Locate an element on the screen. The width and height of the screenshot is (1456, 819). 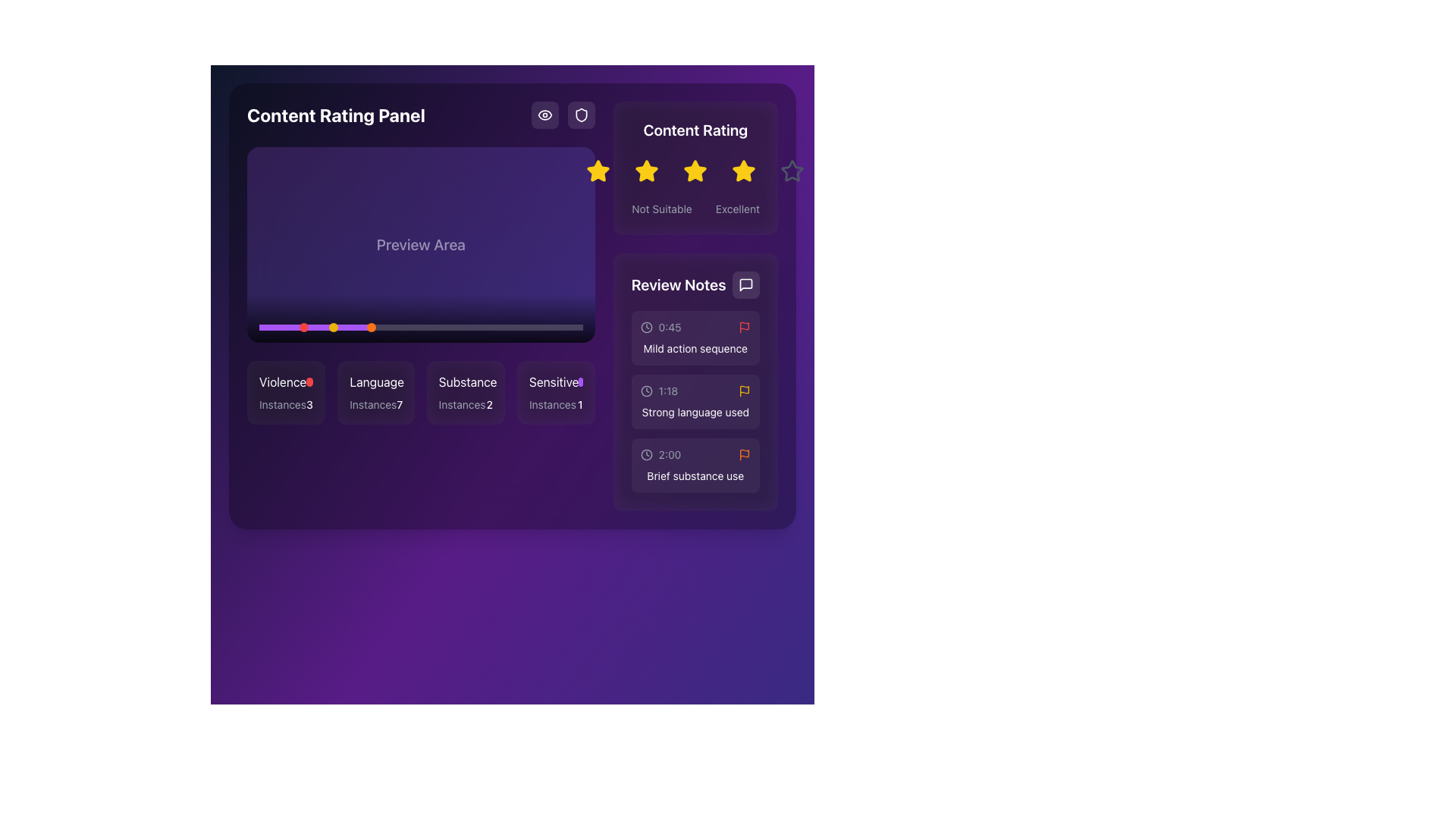
the shield icon in the top-right section of the Content Rating Panel is located at coordinates (562, 114).